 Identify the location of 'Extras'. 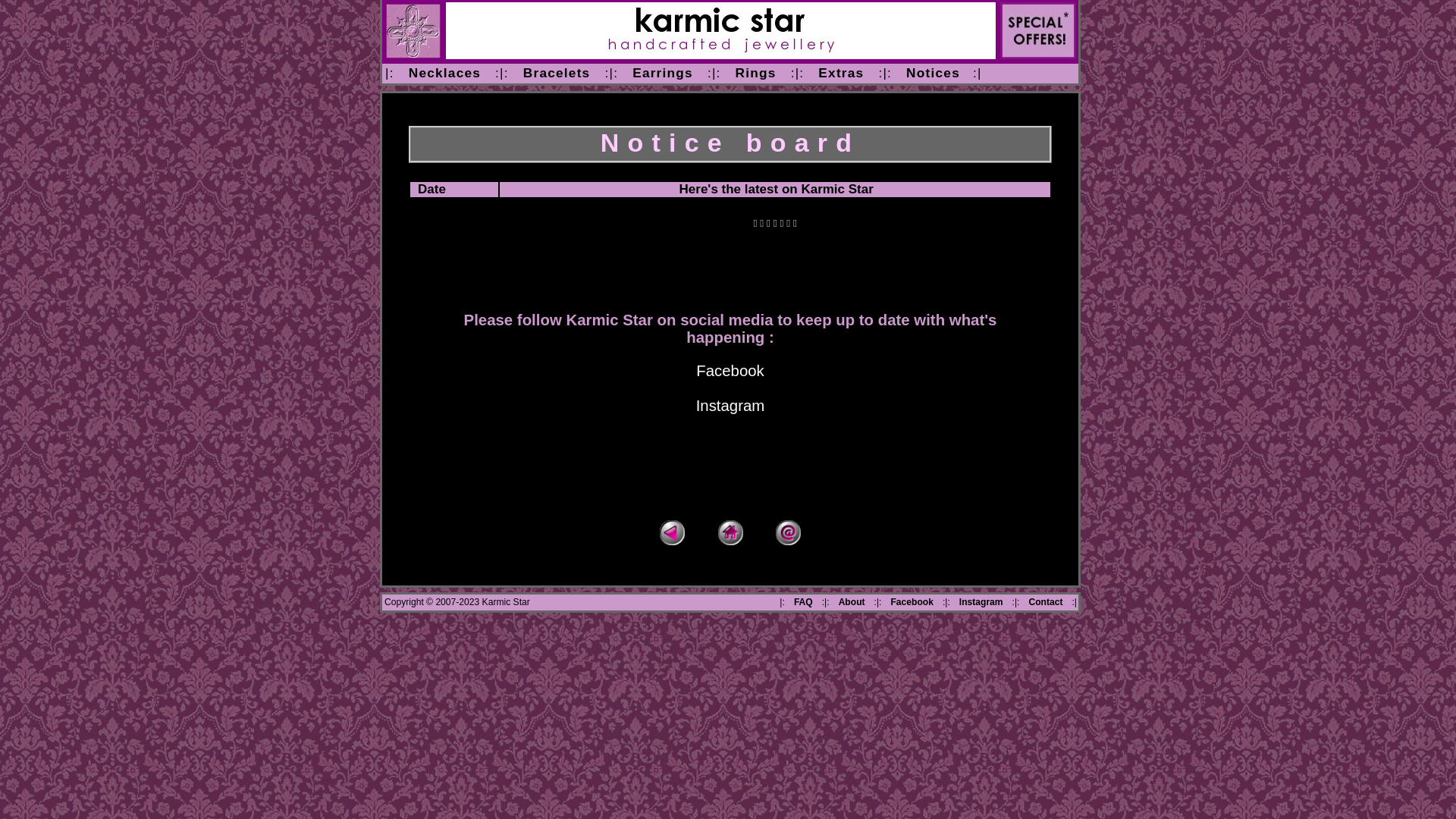
(817, 73).